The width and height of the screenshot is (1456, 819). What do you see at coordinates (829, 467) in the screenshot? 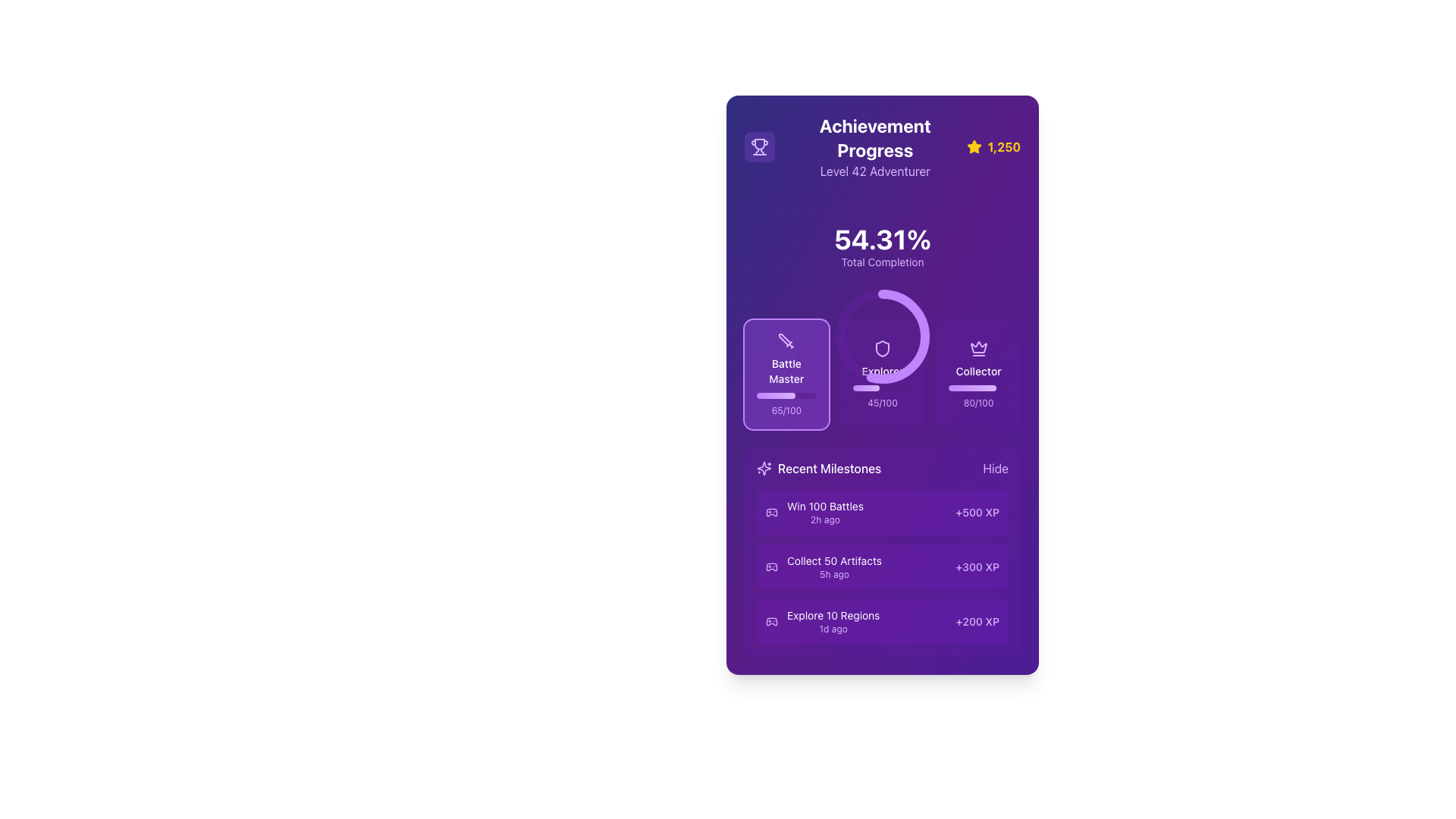
I see `text label that says 'Recent Milestones', which is white and styled with medium font weight, located in the lower left section of the interface next to a star-shaped icon` at bounding box center [829, 467].